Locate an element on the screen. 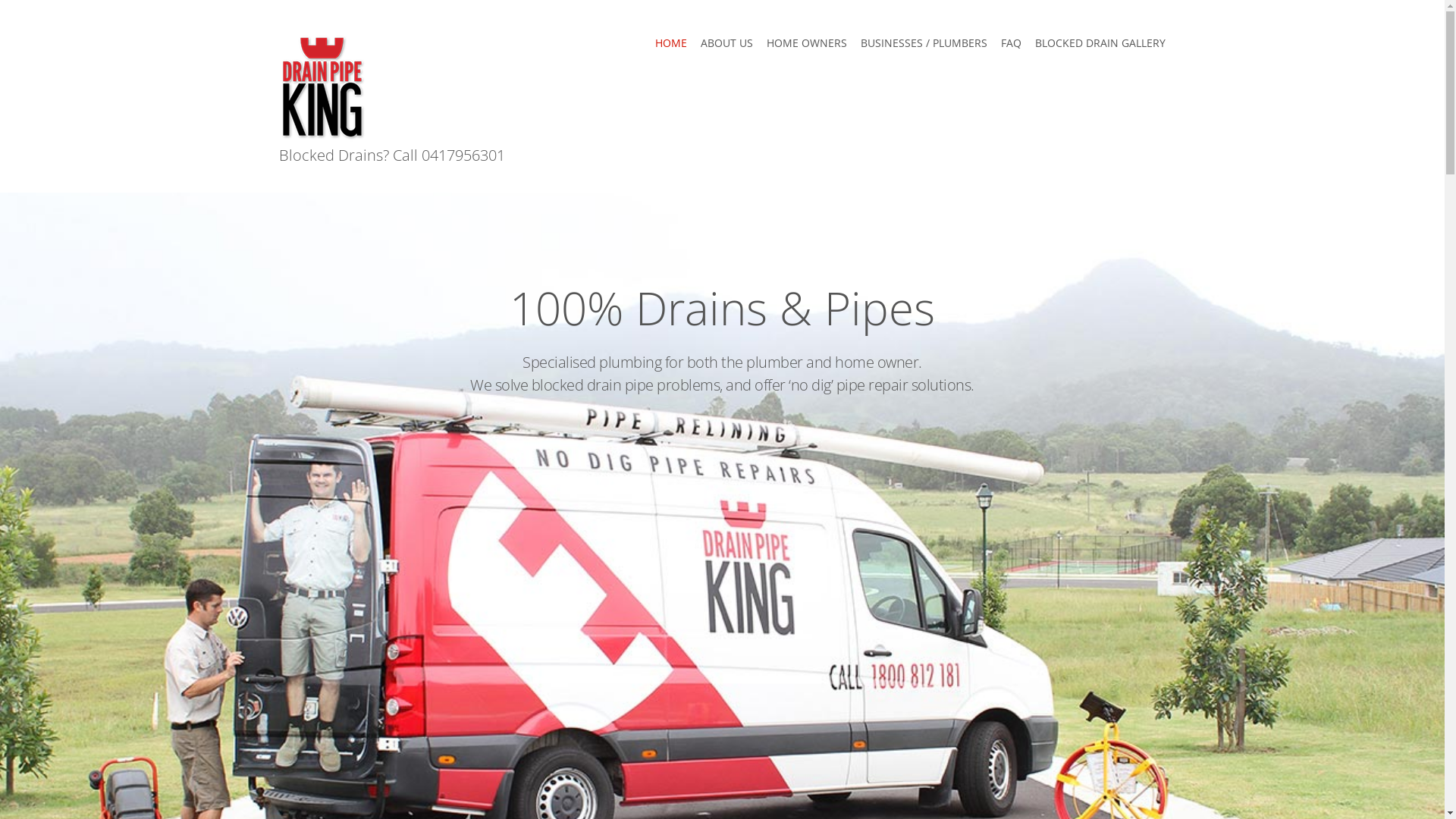  'ABOUT US' is located at coordinates (700, 42).